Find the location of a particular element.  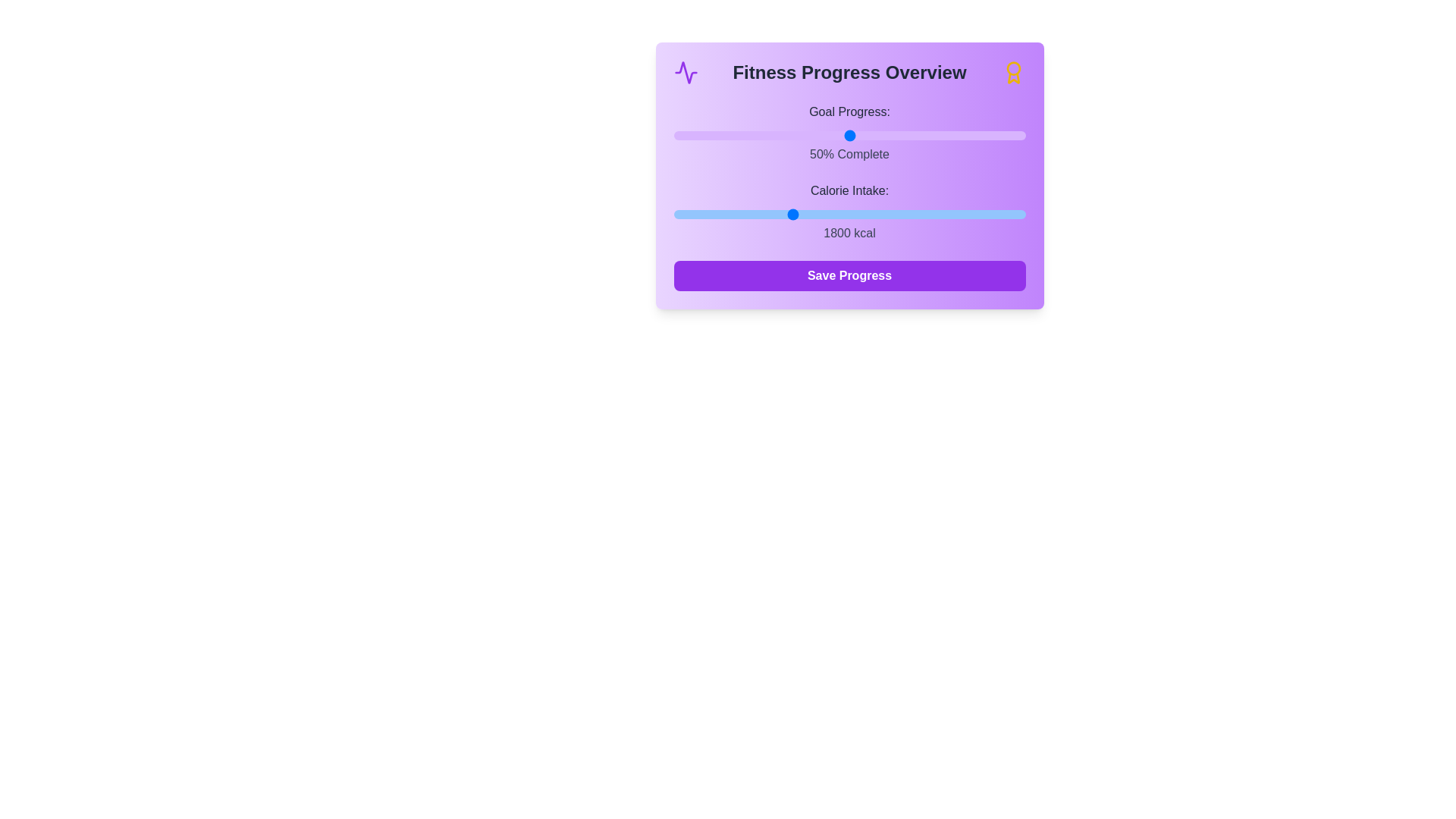

progress is located at coordinates (954, 134).